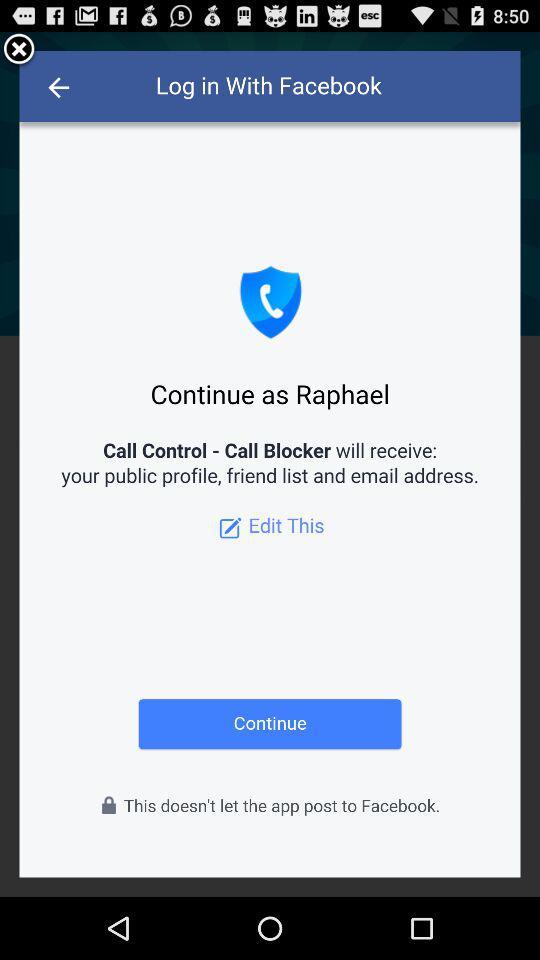 The width and height of the screenshot is (540, 960). What do you see at coordinates (270, 464) in the screenshot?
I see `the icon at the center` at bounding box center [270, 464].